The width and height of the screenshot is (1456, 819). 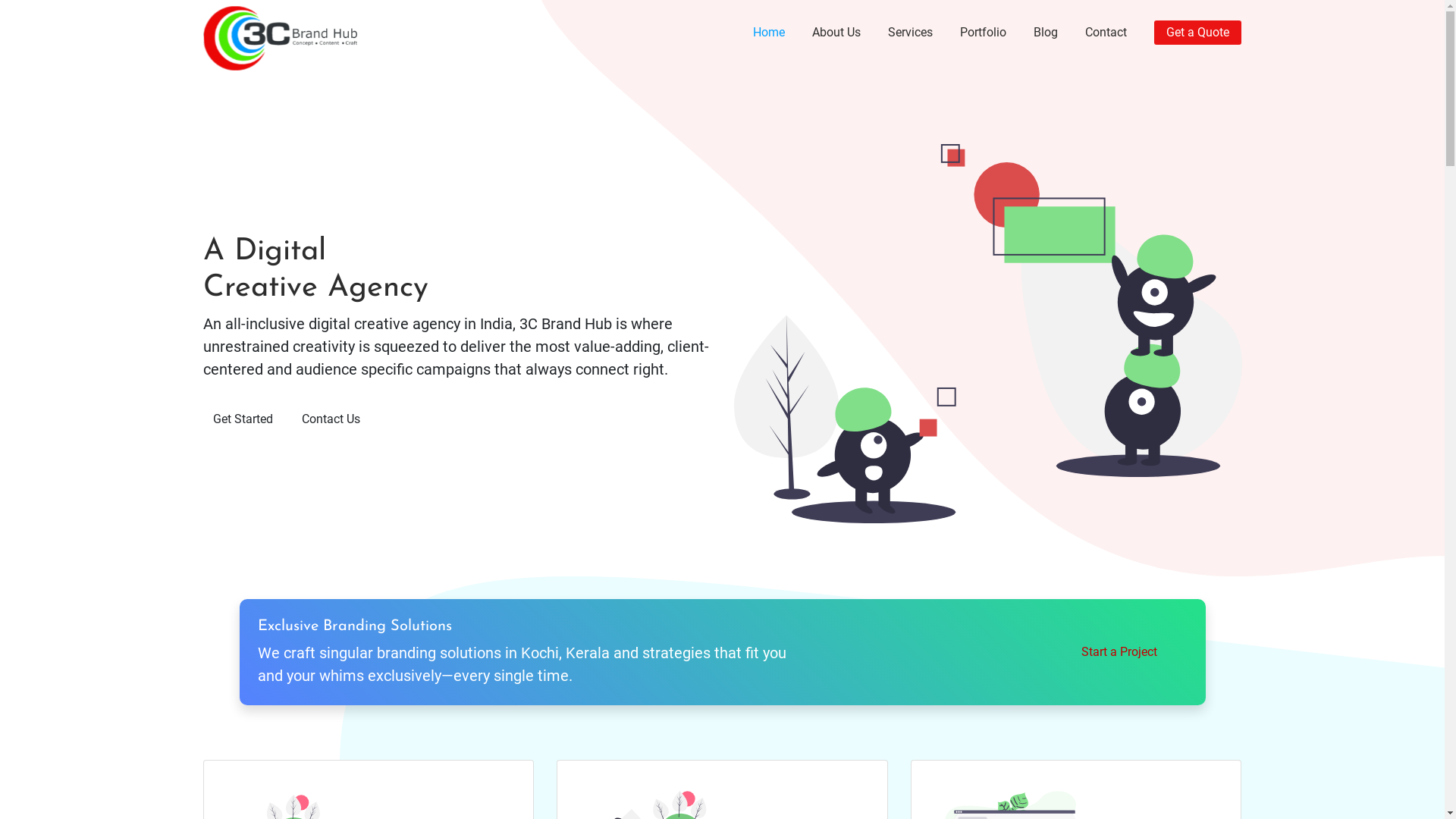 What do you see at coordinates (329, 419) in the screenshot?
I see `'Contact Us'` at bounding box center [329, 419].